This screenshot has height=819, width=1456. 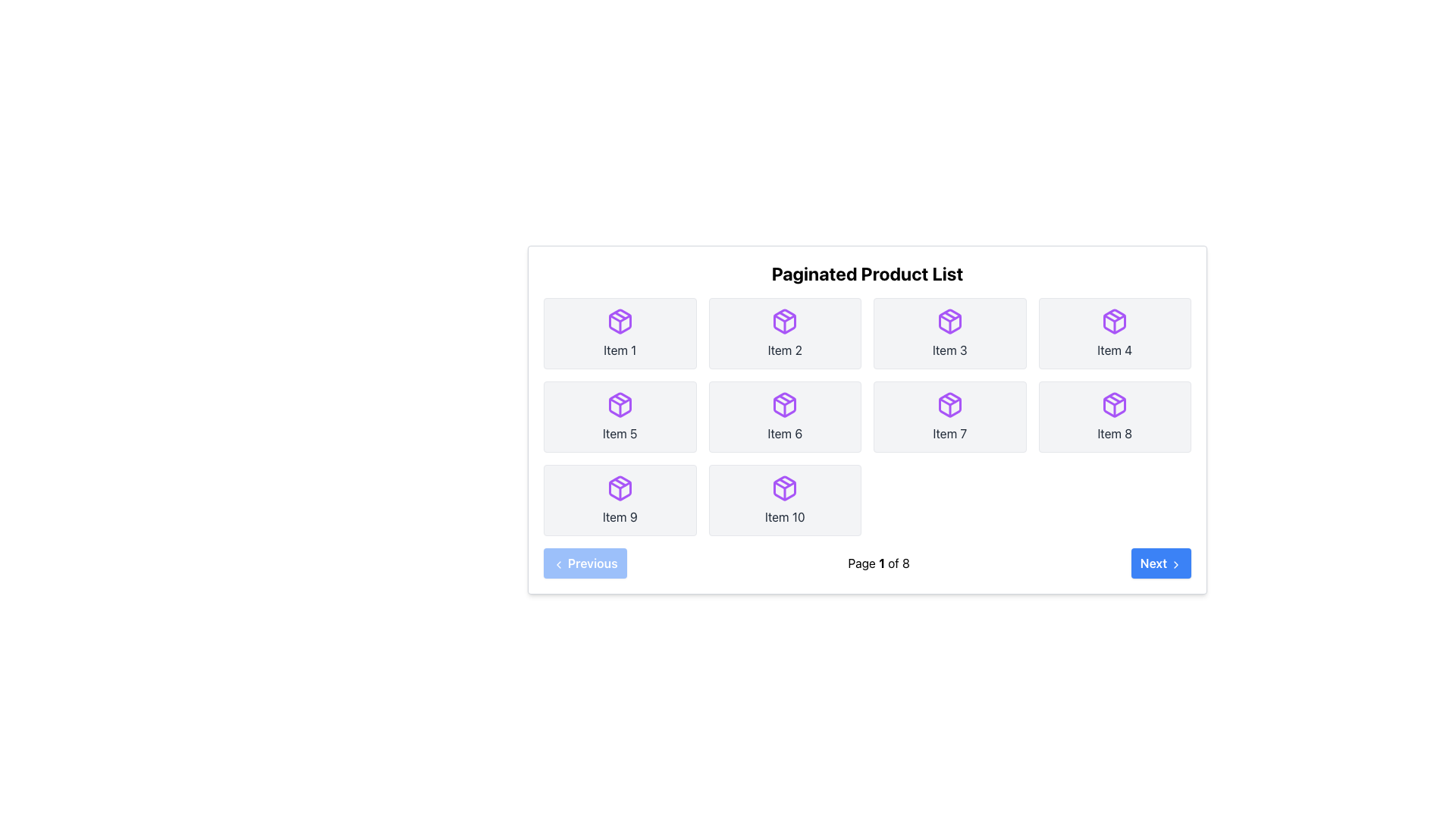 What do you see at coordinates (785, 516) in the screenshot?
I see `the label displaying 'Item 10', which is styled in dark gray and located at the bottom of the tenth item in a grid of products` at bounding box center [785, 516].